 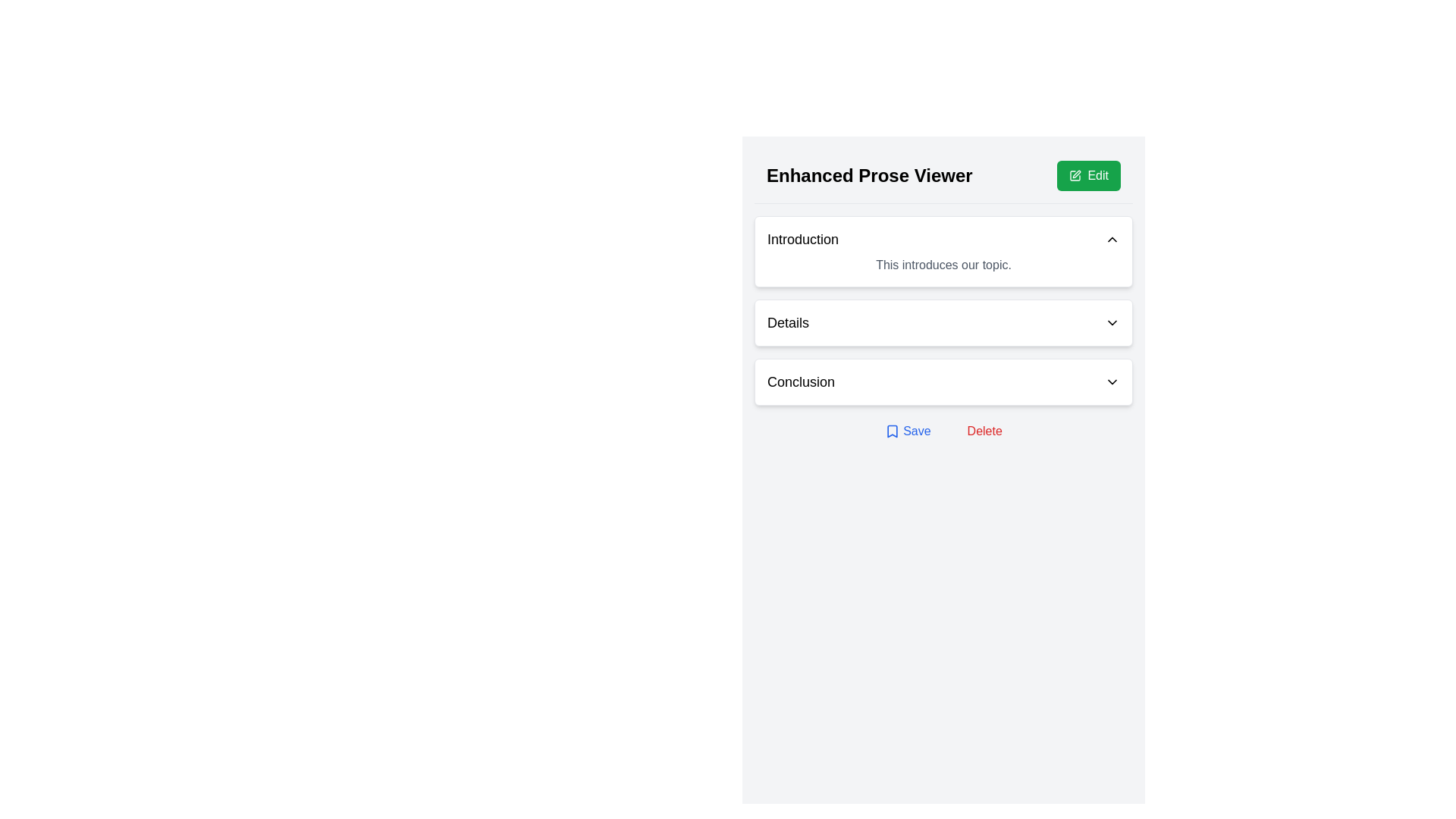 What do you see at coordinates (893, 431) in the screenshot?
I see `the bookmark icon located in the top-right corner of the interface` at bounding box center [893, 431].